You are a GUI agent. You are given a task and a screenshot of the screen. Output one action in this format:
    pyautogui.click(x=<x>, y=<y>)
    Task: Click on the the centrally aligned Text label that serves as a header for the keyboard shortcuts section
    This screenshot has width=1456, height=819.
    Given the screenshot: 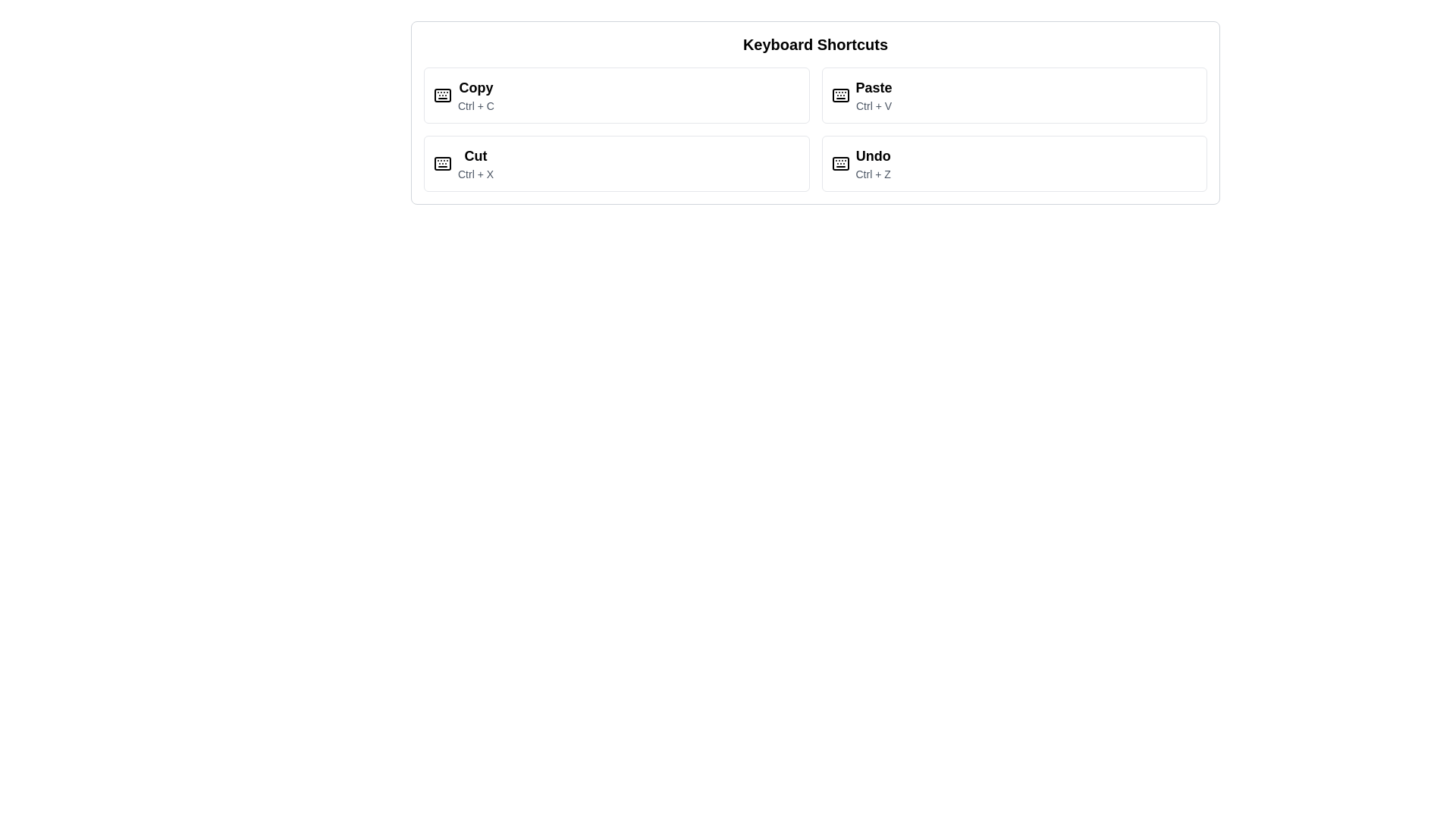 What is the action you would take?
    pyautogui.click(x=814, y=43)
    